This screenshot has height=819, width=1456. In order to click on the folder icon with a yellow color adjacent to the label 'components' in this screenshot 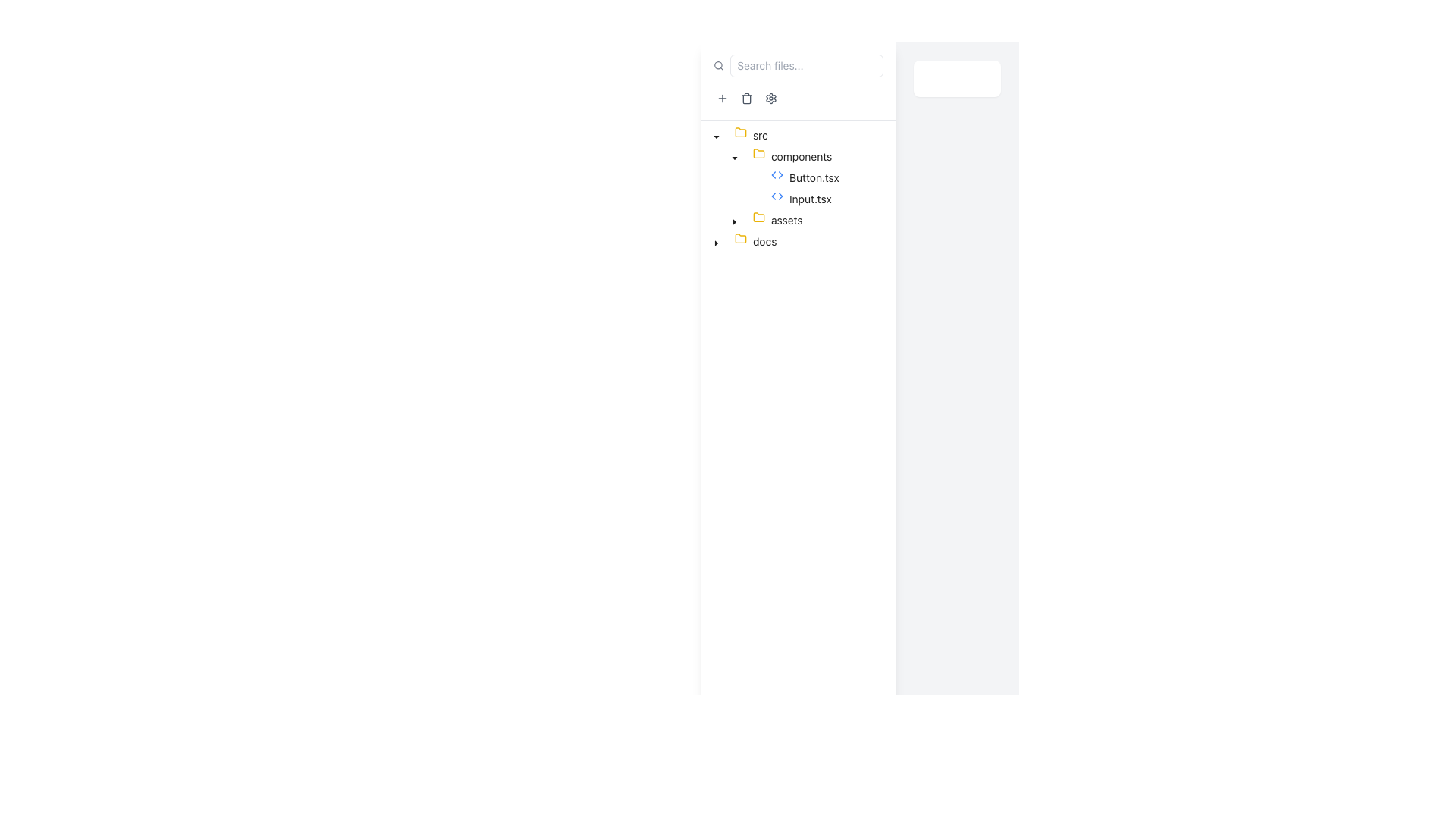, I will do `click(773, 157)`.